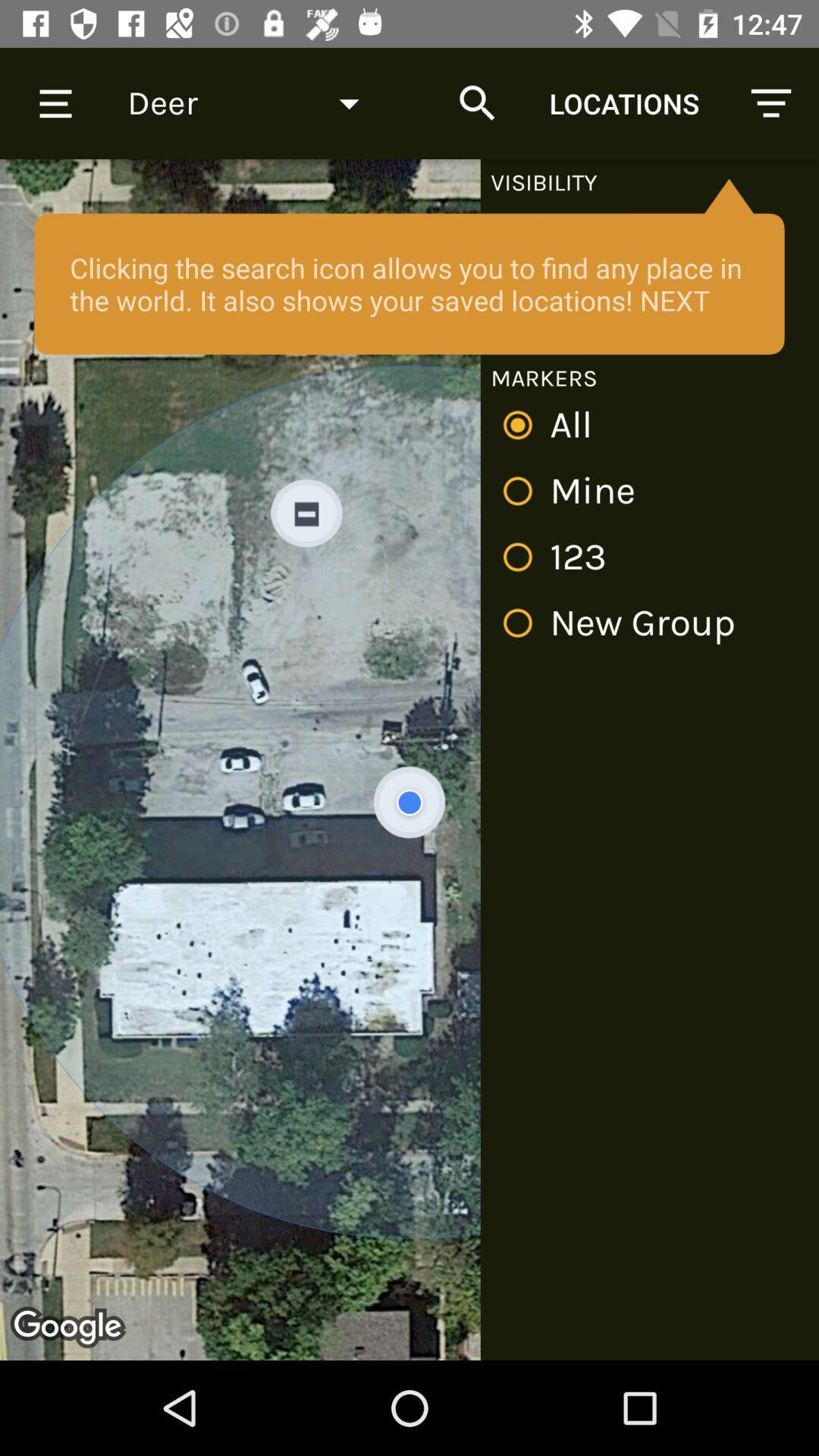 Image resolution: width=819 pixels, height=1456 pixels. What do you see at coordinates (560, 557) in the screenshot?
I see `the option 123 on the web page` at bounding box center [560, 557].